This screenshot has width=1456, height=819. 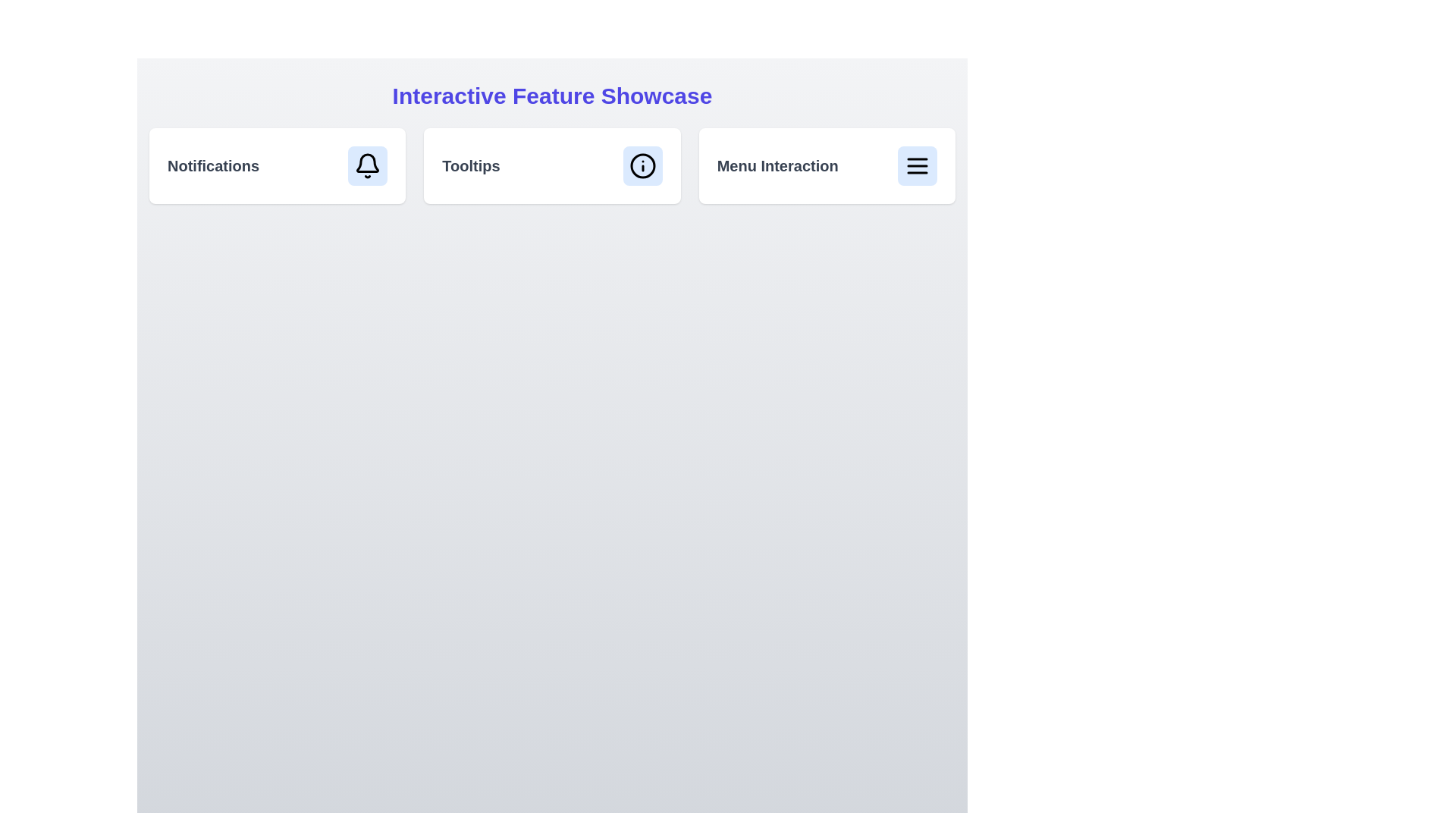 What do you see at coordinates (642, 166) in the screenshot?
I see `the information icon, characterized by a circular shape with an 'i' character, located in the center region of the 'Tooltip' section within the second card of the topmost panel` at bounding box center [642, 166].